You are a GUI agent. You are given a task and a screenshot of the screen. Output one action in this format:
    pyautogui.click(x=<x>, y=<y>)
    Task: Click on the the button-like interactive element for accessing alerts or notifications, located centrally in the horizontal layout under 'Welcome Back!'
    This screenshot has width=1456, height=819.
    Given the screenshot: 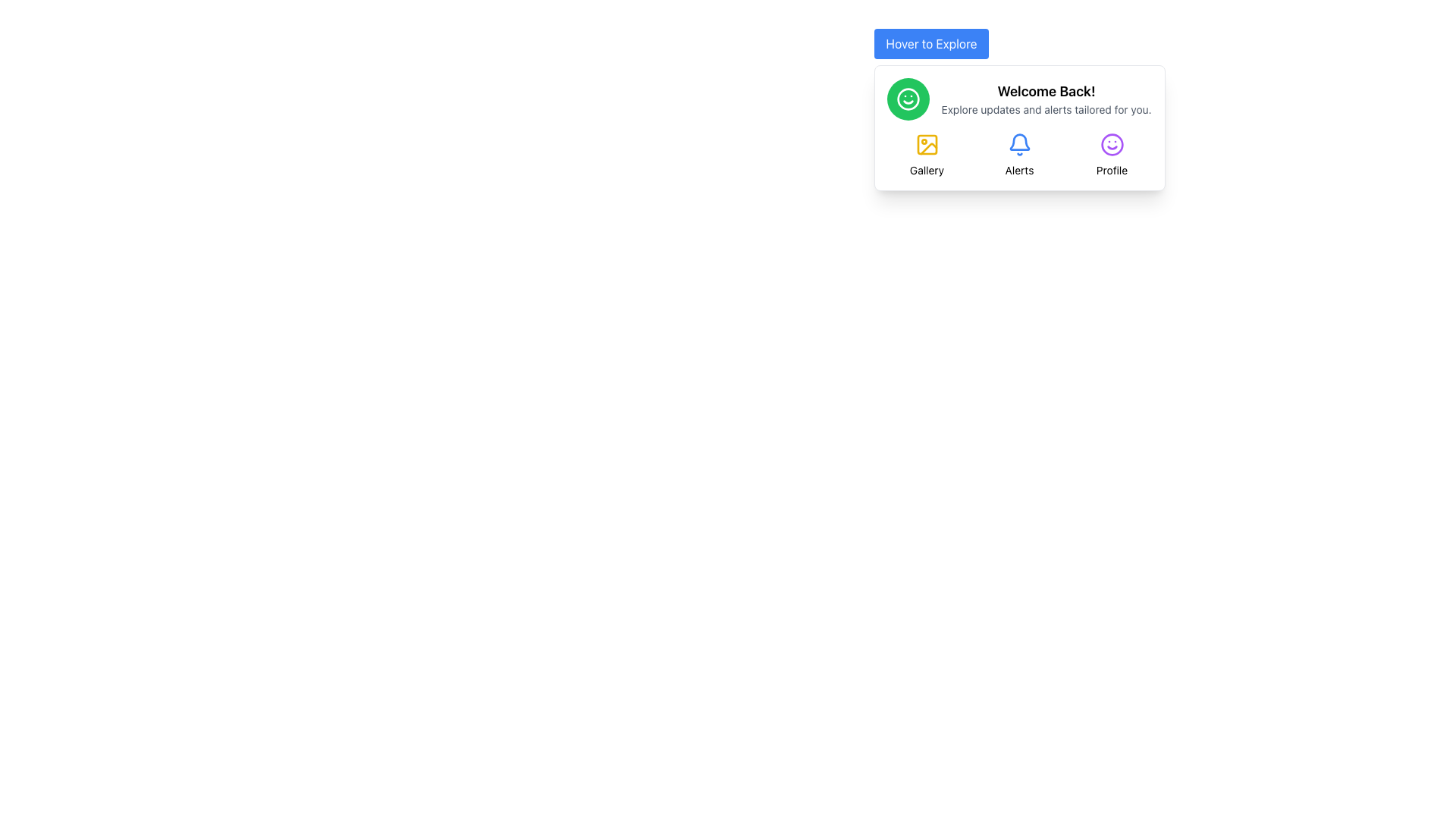 What is the action you would take?
    pyautogui.click(x=1019, y=155)
    